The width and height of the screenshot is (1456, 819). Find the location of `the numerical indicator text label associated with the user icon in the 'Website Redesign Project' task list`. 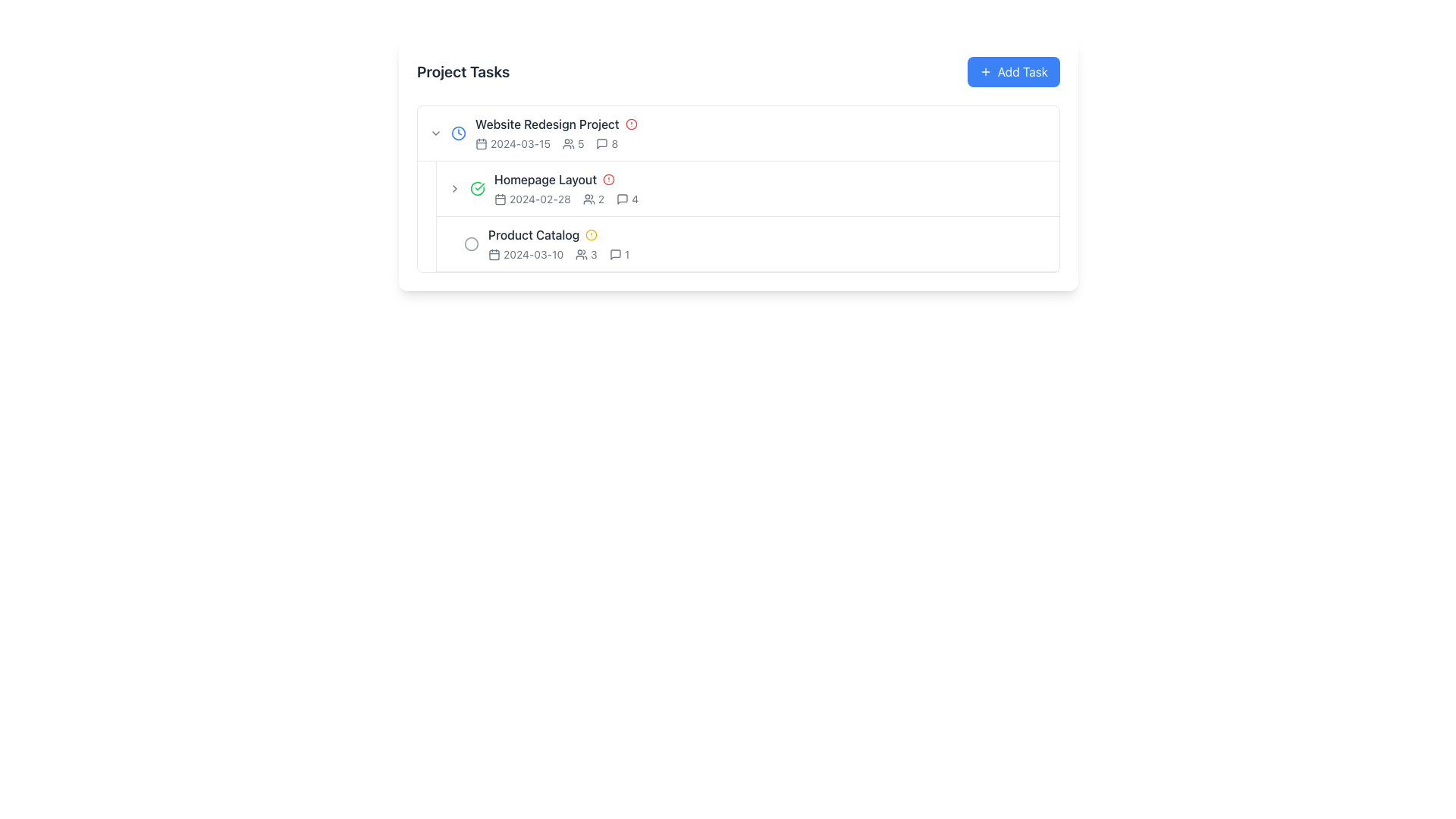

the numerical indicator text label associated with the user icon in the 'Website Redesign Project' task list is located at coordinates (580, 143).